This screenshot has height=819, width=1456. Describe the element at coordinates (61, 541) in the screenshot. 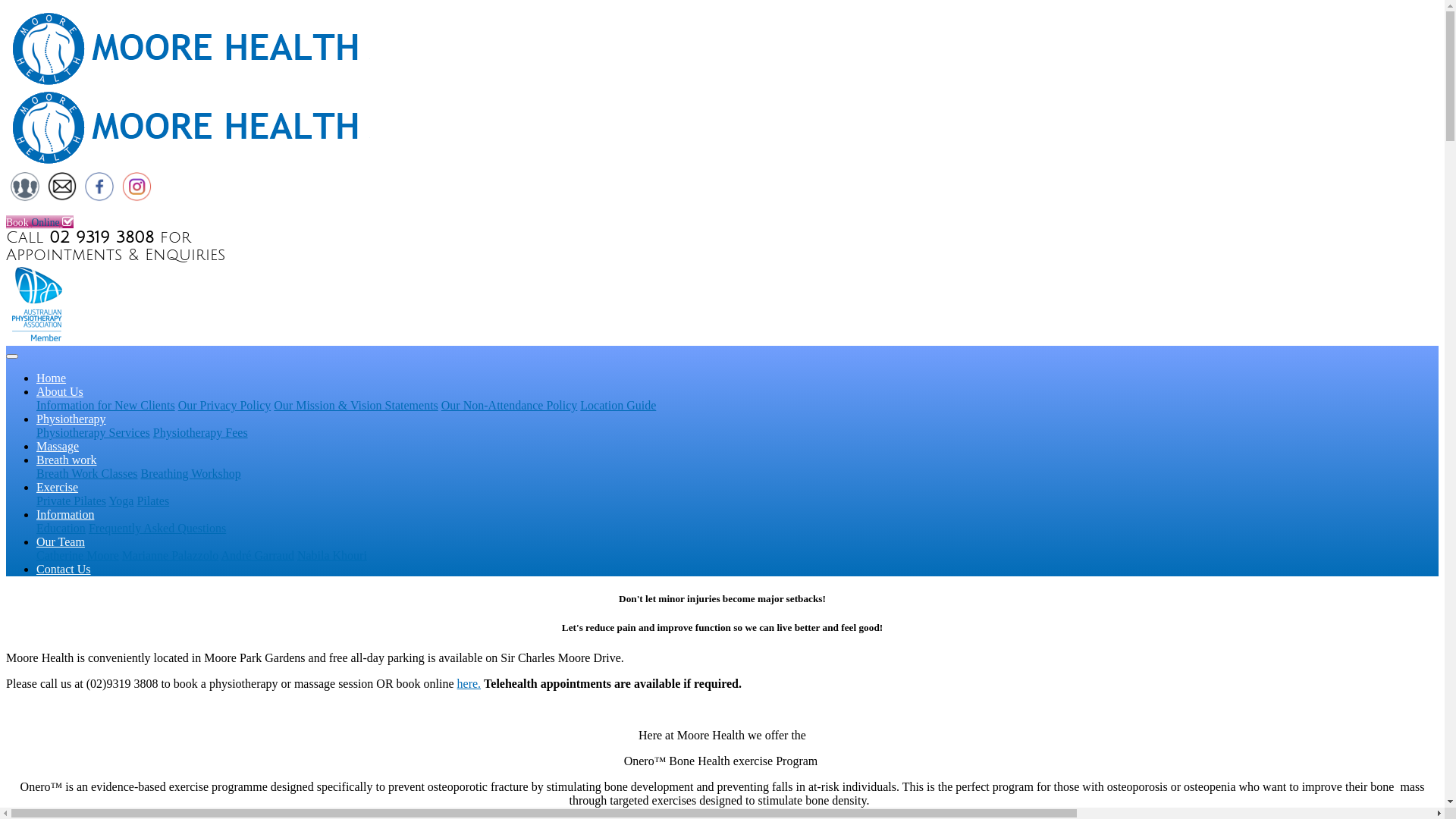

I see `'Our Team'` at that location.